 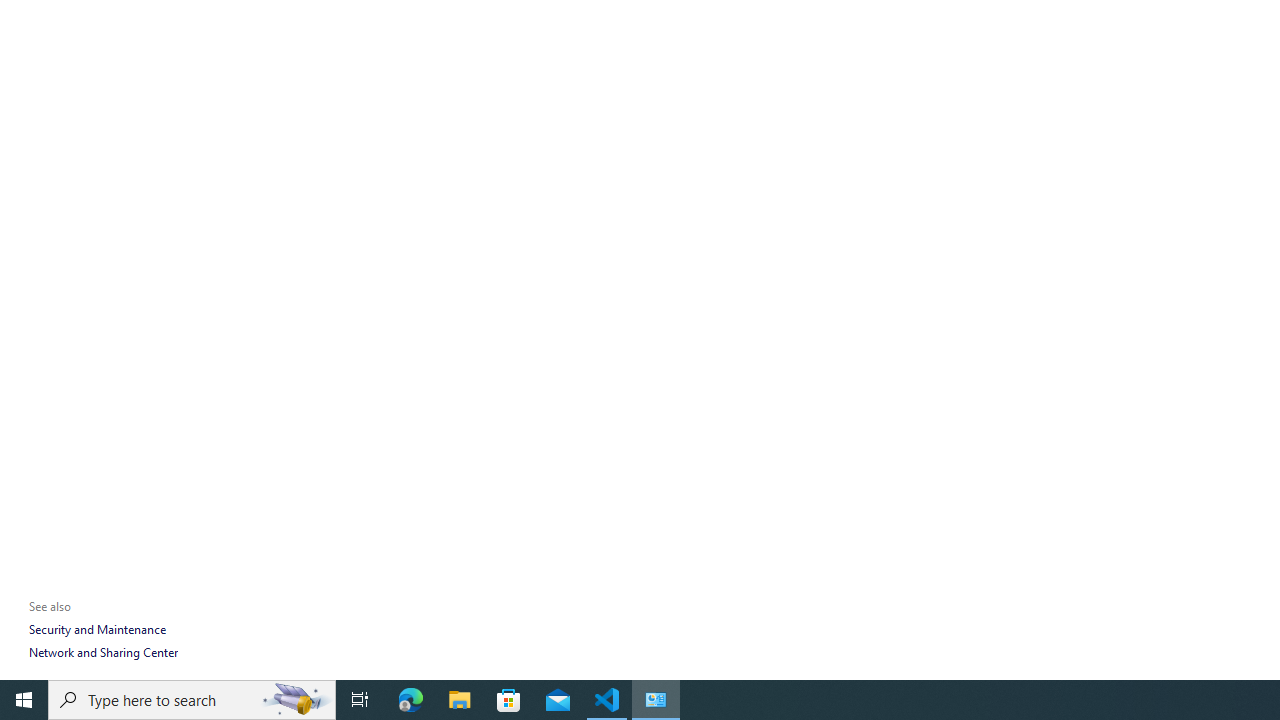 I want to click on 'Visual Studio Code - 1 running window', so click(x=606, y=698).